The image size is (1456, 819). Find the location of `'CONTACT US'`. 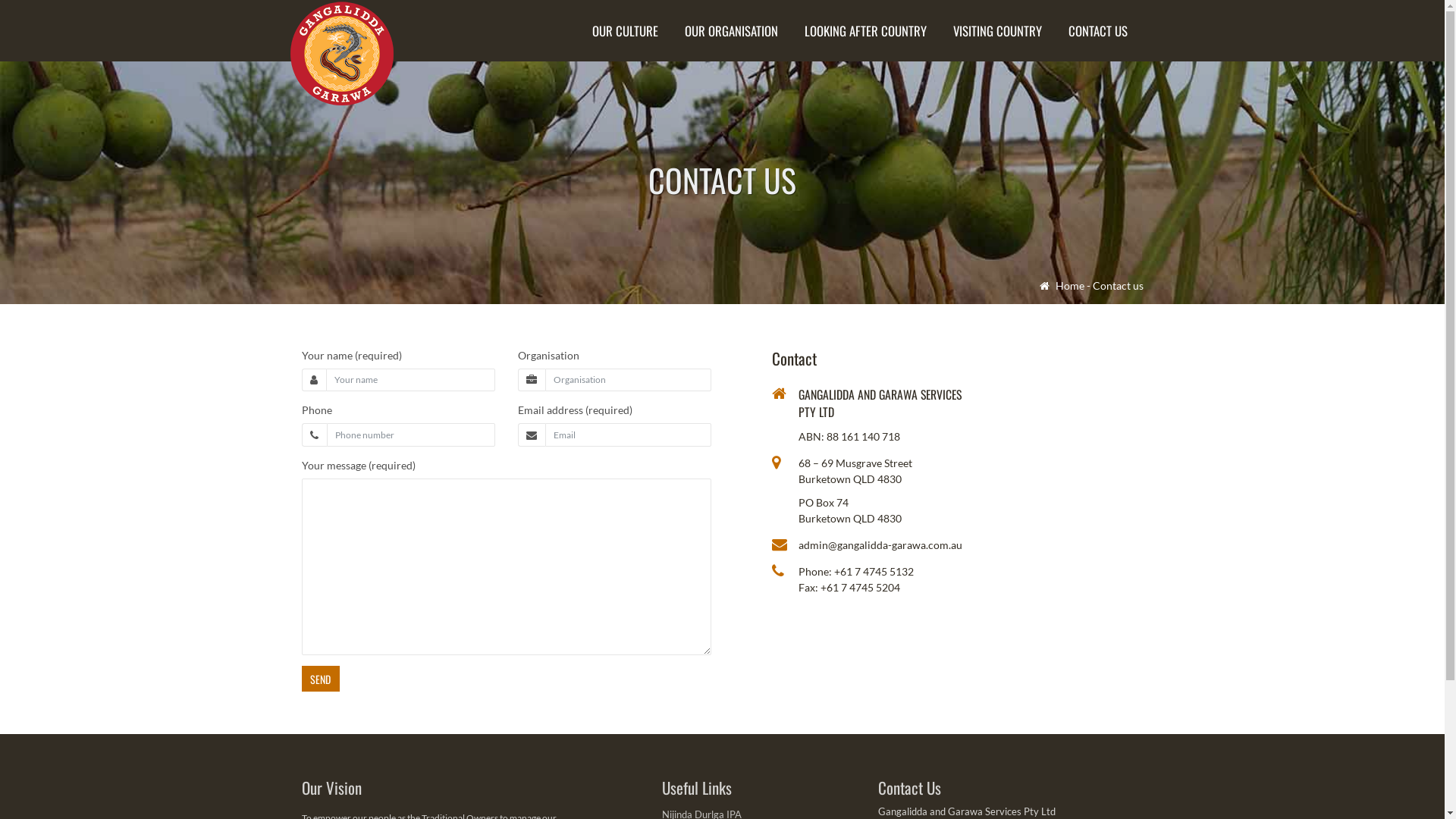

'CONTACT US' is located at coordinates (1056, 30).